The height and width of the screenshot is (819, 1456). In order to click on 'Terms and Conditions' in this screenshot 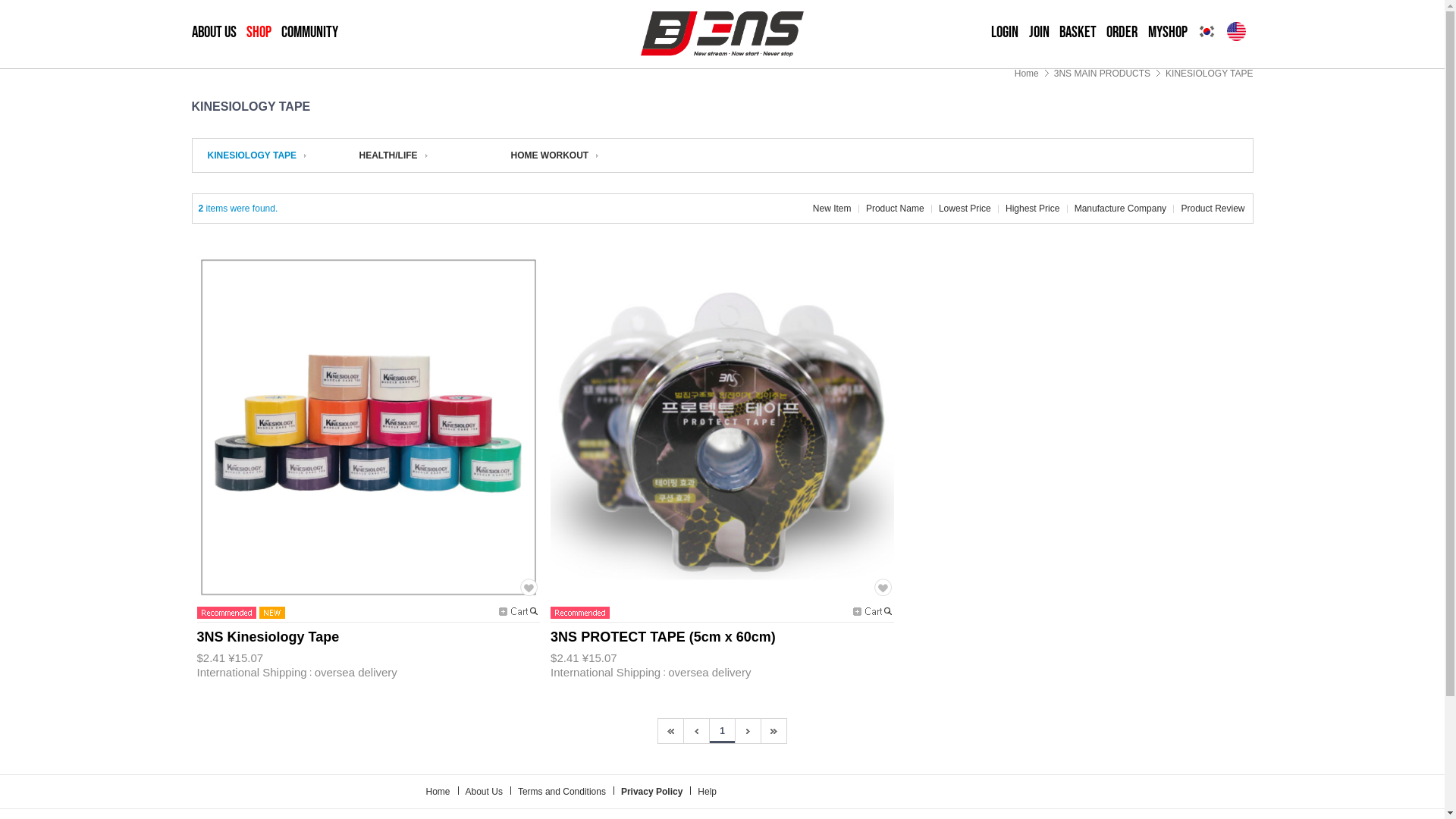, I will do `click(517, 791)`.